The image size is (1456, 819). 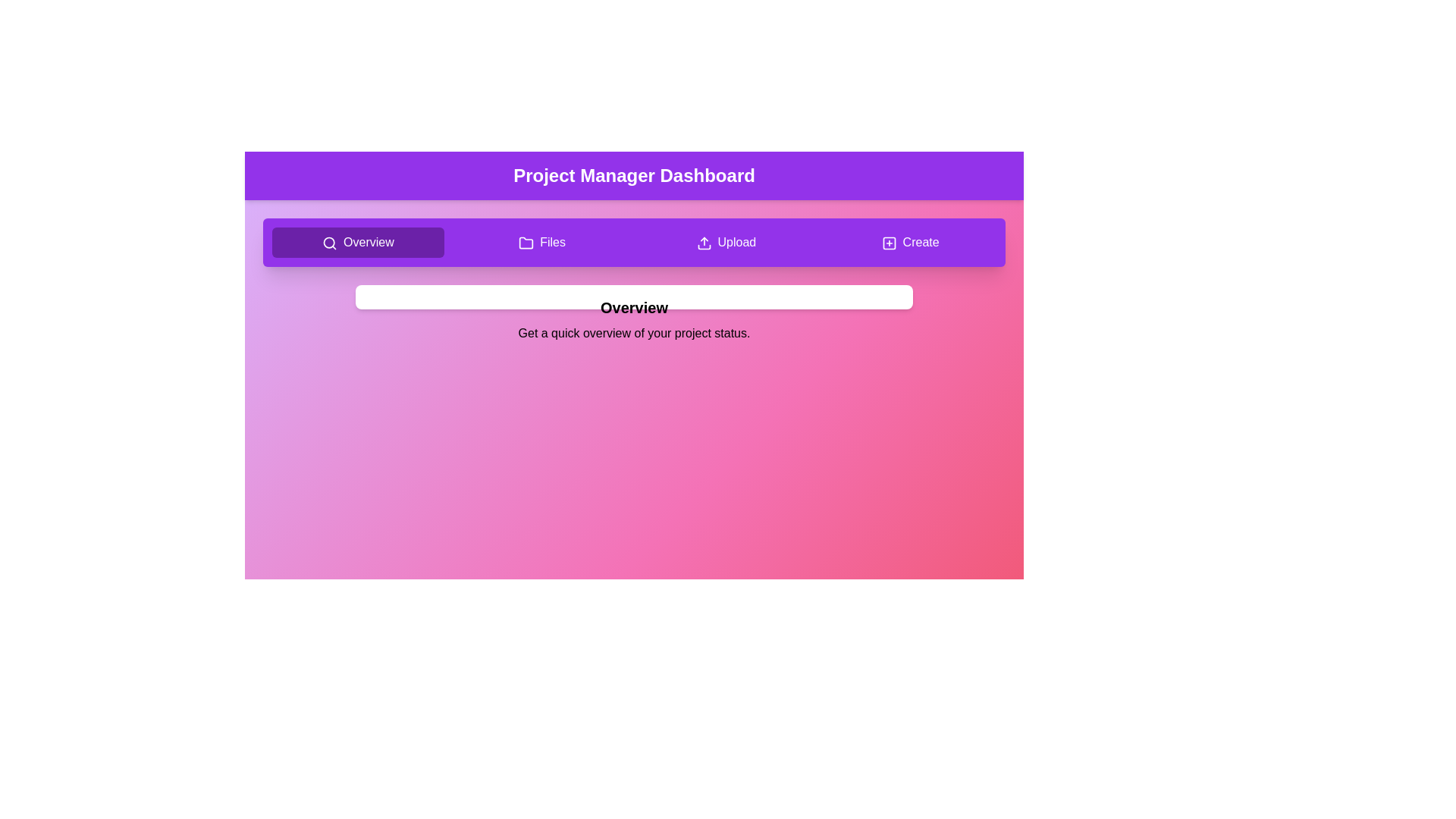 What do you see at coordinates (542, 242) in the screenshot?
I see `the navigation button labeled Files` at bounding box center [542, 242].